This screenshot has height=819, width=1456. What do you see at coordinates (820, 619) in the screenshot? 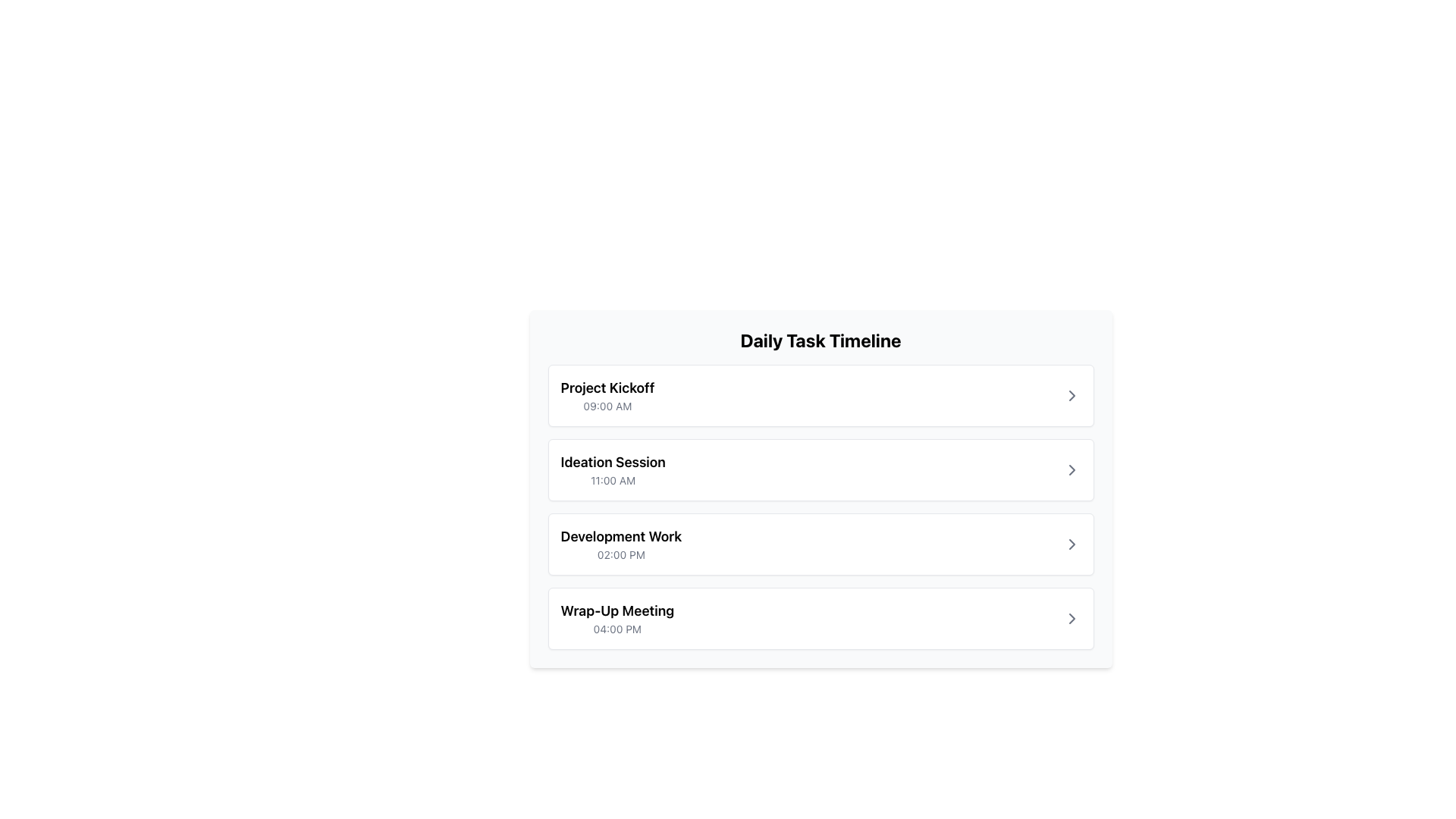
I see `the 'Wrap-Up Meeting' card with a white background and rounded corners, located at the bottom of the 'Daily Task Timeline' section` at bounding box center [820, 619].